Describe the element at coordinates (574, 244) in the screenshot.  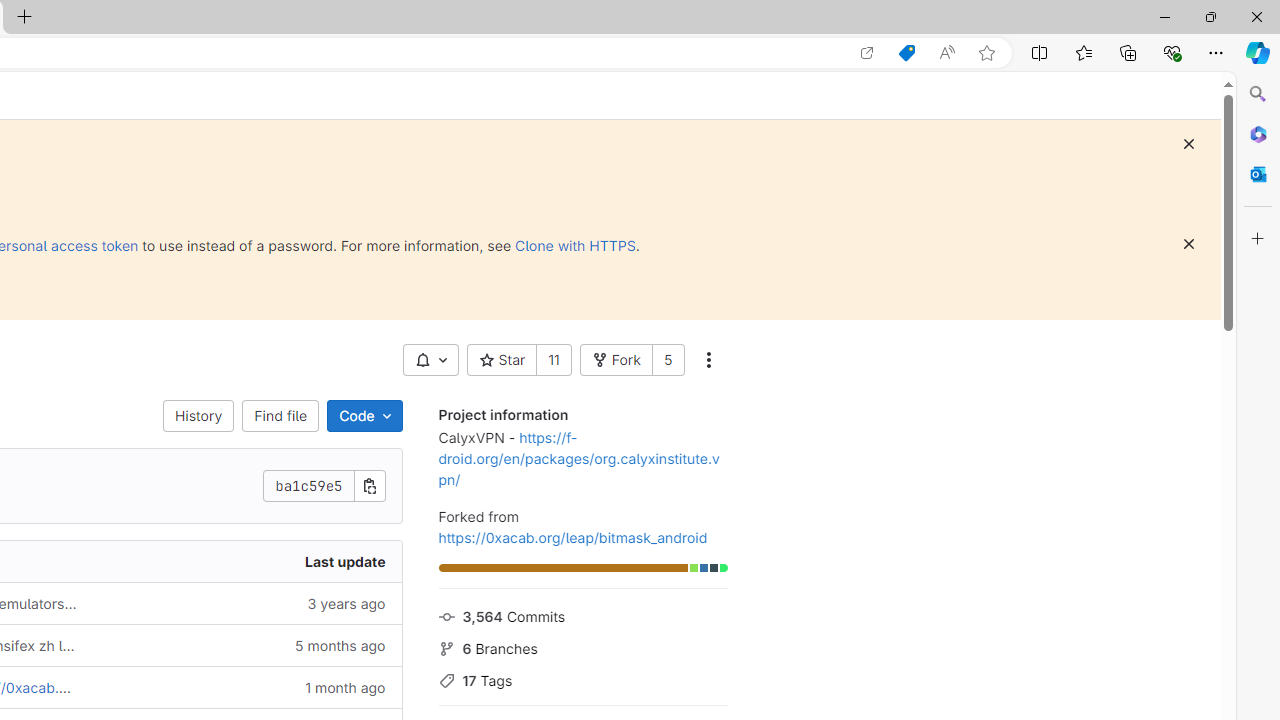
I see `'Clone with HTTPS'` at that location.